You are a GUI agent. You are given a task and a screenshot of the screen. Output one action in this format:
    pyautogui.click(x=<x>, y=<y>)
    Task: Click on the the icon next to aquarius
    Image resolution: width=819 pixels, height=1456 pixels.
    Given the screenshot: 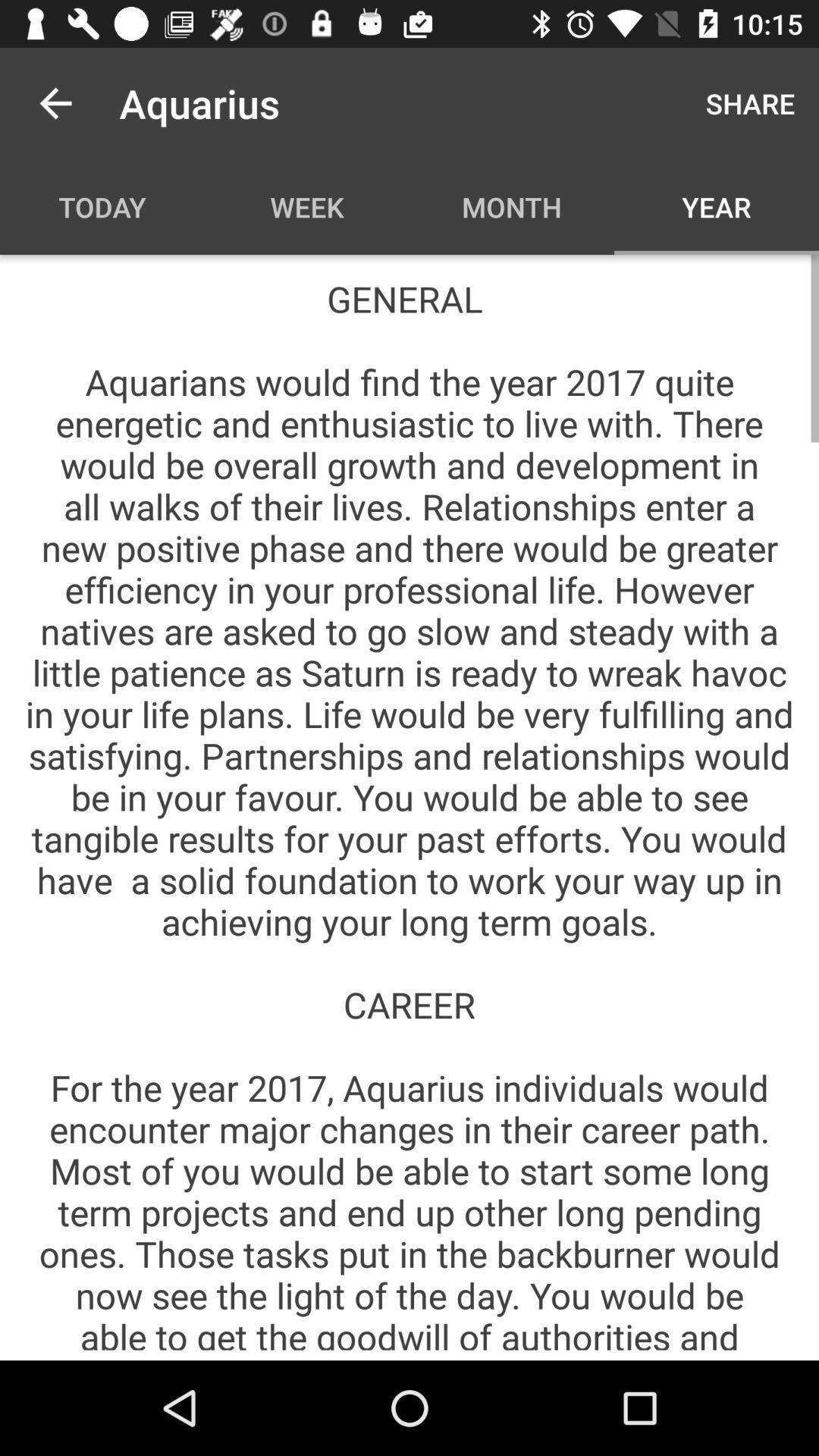 What is the action you would take?
    pyautogui.click(x=55, y=102)
    